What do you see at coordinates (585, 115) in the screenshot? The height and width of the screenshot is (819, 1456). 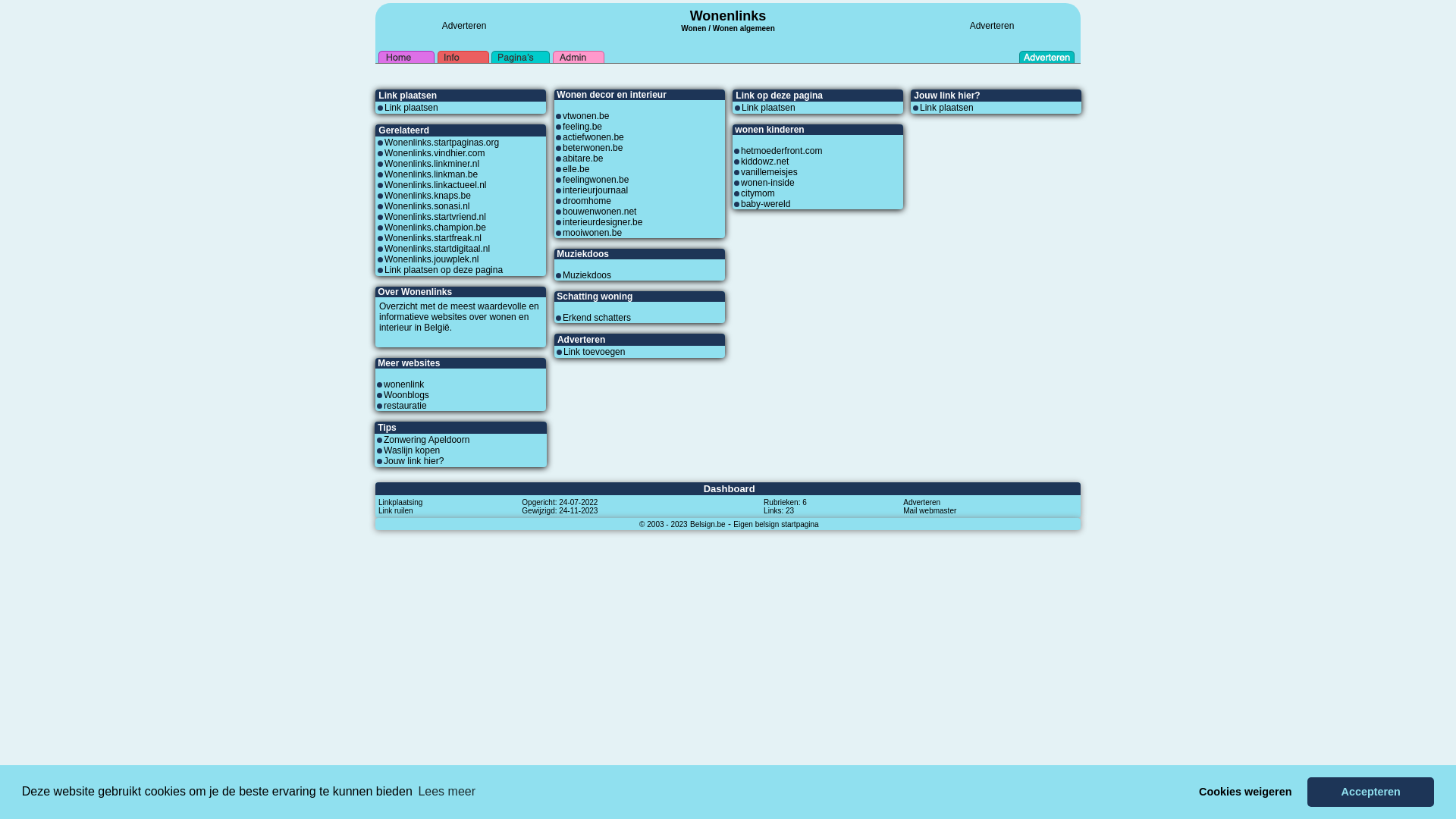 I see `'vtwonen.be'` at bounding box center [585, 115].